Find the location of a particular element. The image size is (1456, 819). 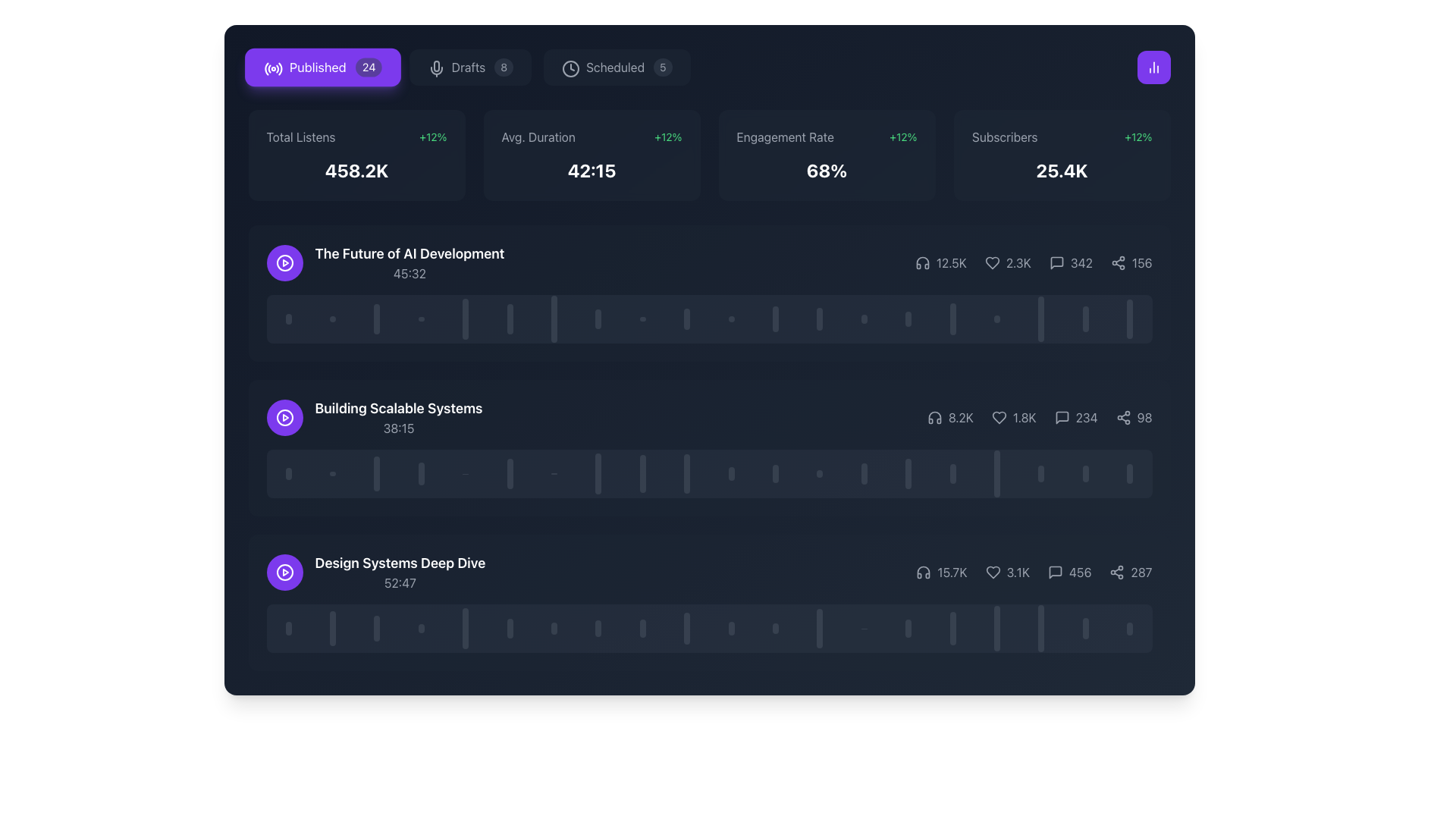

the headphones icon located in the 'Design Systems Deep Dive' row, which is to the left of the numeric label '15.7K' is located at coordinates (923, 573).